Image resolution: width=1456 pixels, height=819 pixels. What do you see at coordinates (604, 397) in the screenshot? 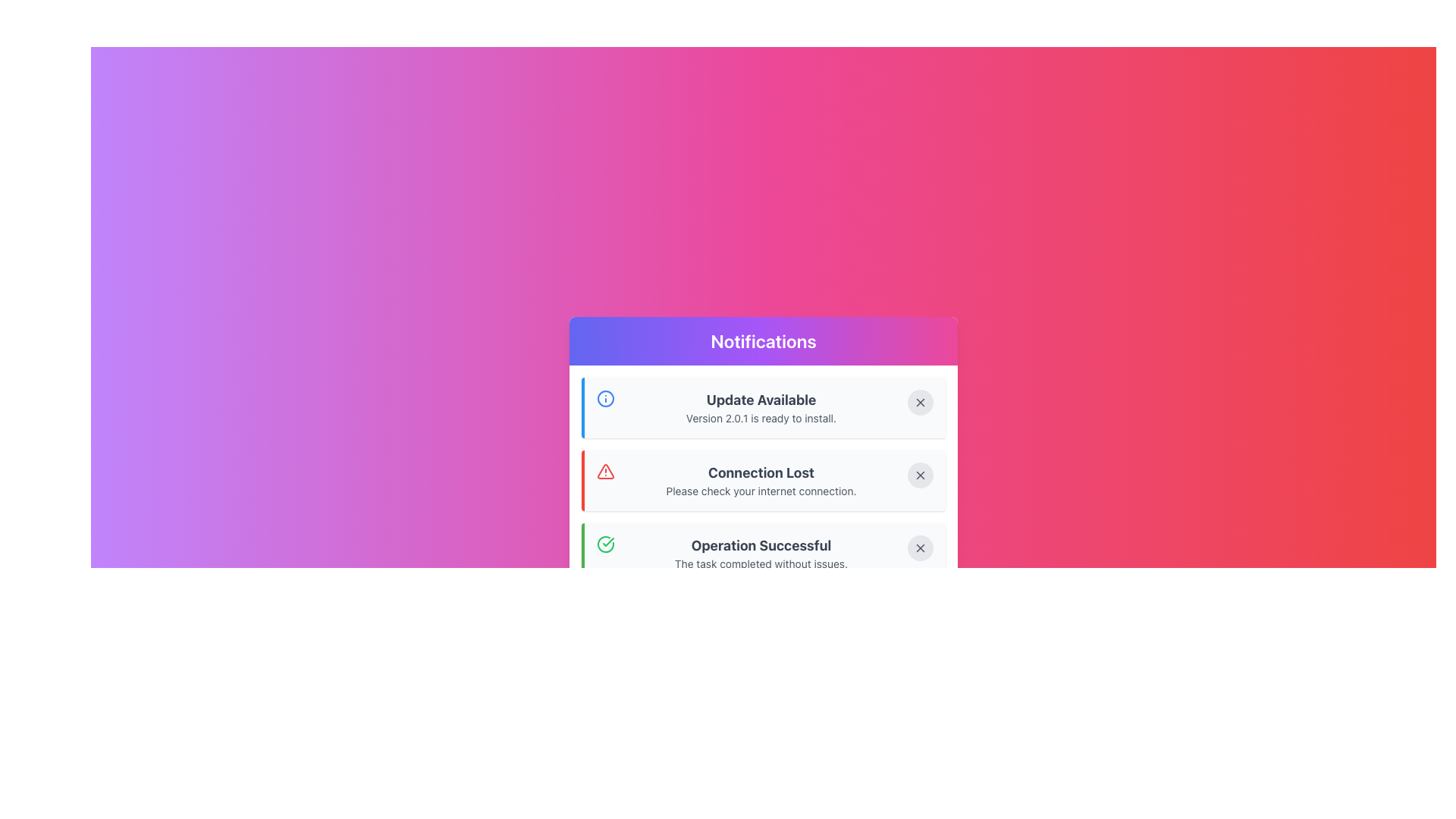
I see `the presence of the information icon located at the top-left of the notification card titled 'Update Available'` at bounding box center [604, 397].